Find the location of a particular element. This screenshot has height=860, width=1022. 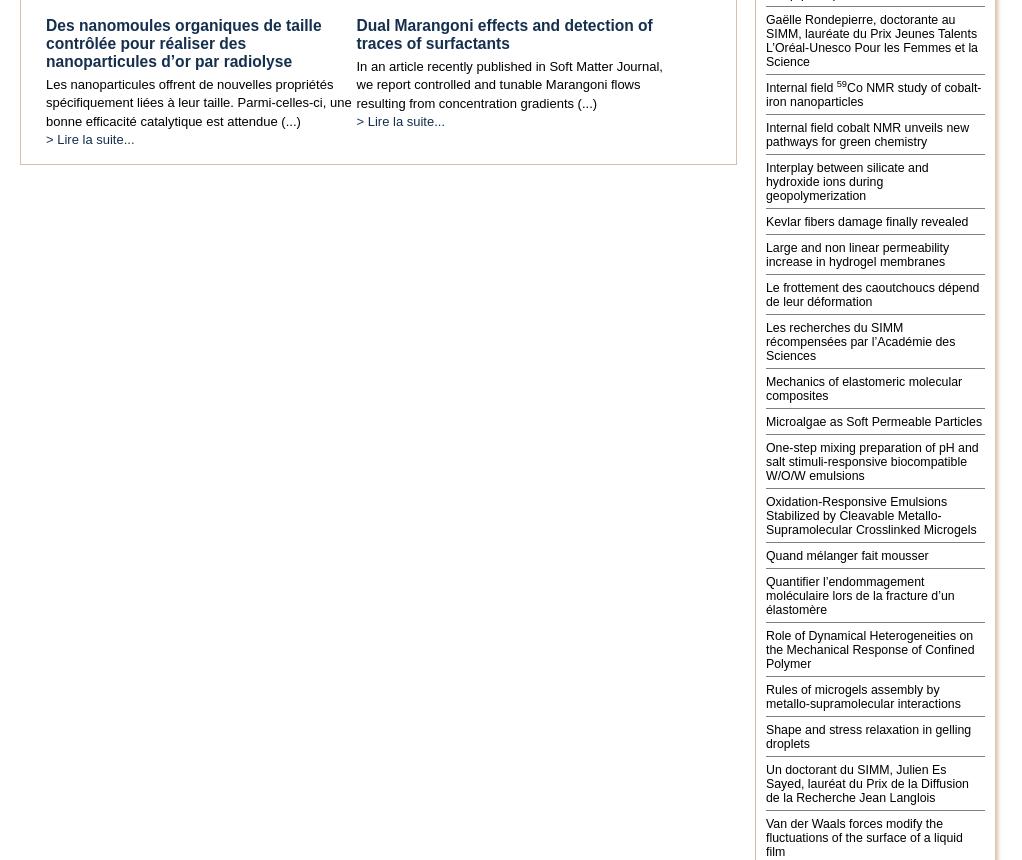

'Internal field cobalt NMR unveils new pathways for green chemistry' is located at coordinates (867, 133).